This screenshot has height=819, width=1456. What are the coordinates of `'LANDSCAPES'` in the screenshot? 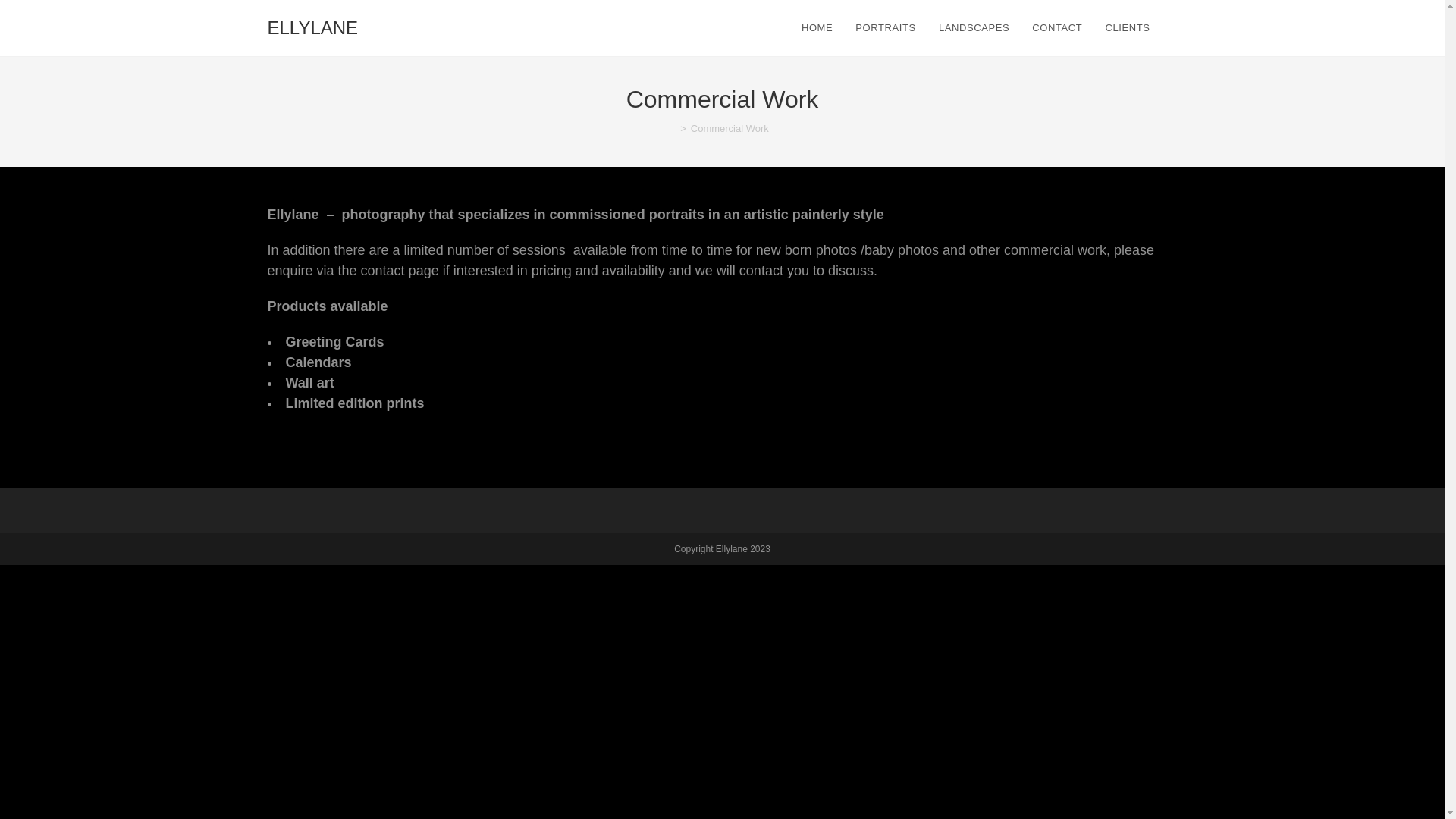 It's located at (974, 28).